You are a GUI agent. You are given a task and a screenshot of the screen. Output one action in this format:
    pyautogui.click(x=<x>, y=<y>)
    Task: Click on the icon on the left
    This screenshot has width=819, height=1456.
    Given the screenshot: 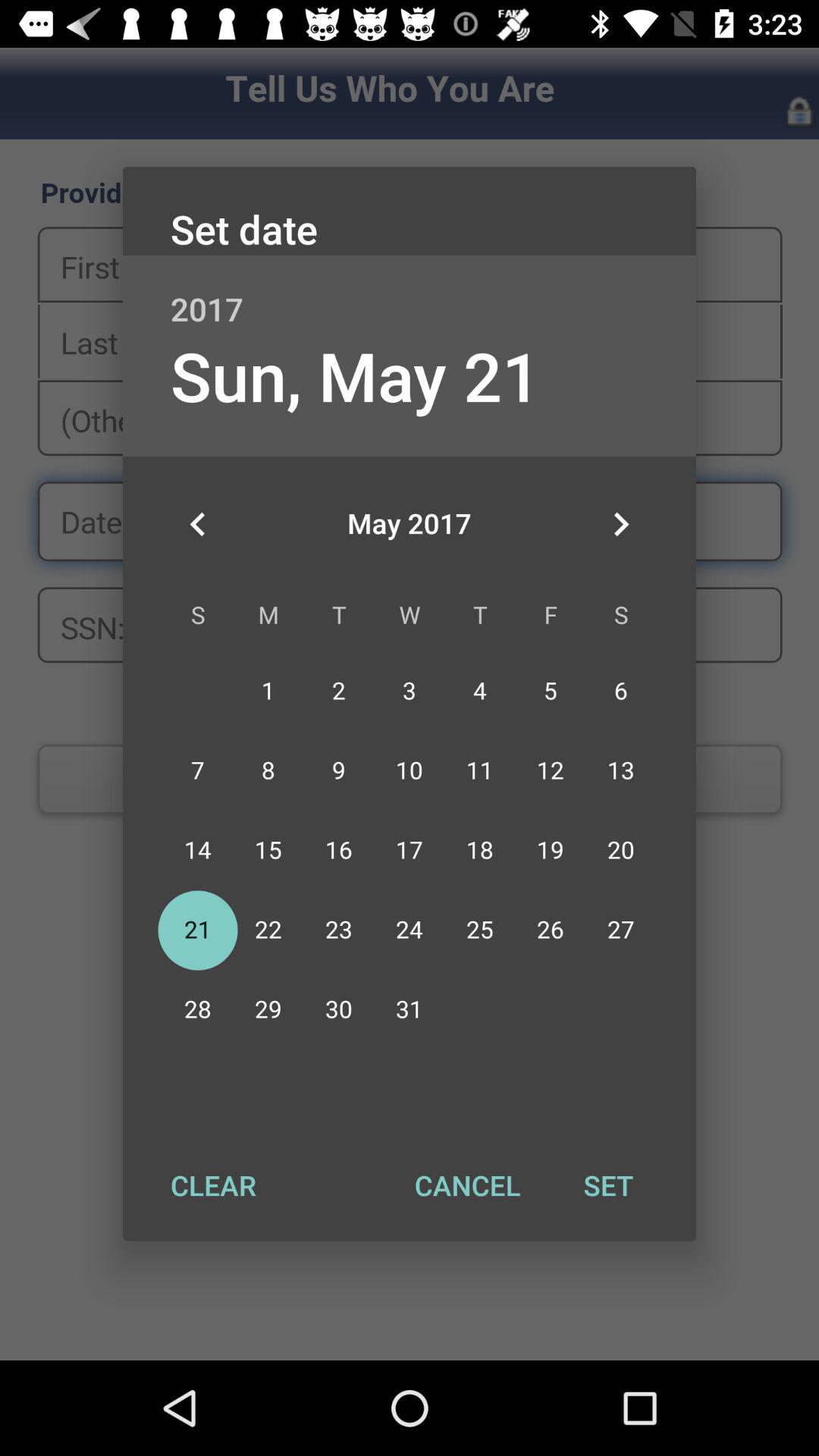 What is the action you would take?
    pyautogui.click(x=197, y=524)
    